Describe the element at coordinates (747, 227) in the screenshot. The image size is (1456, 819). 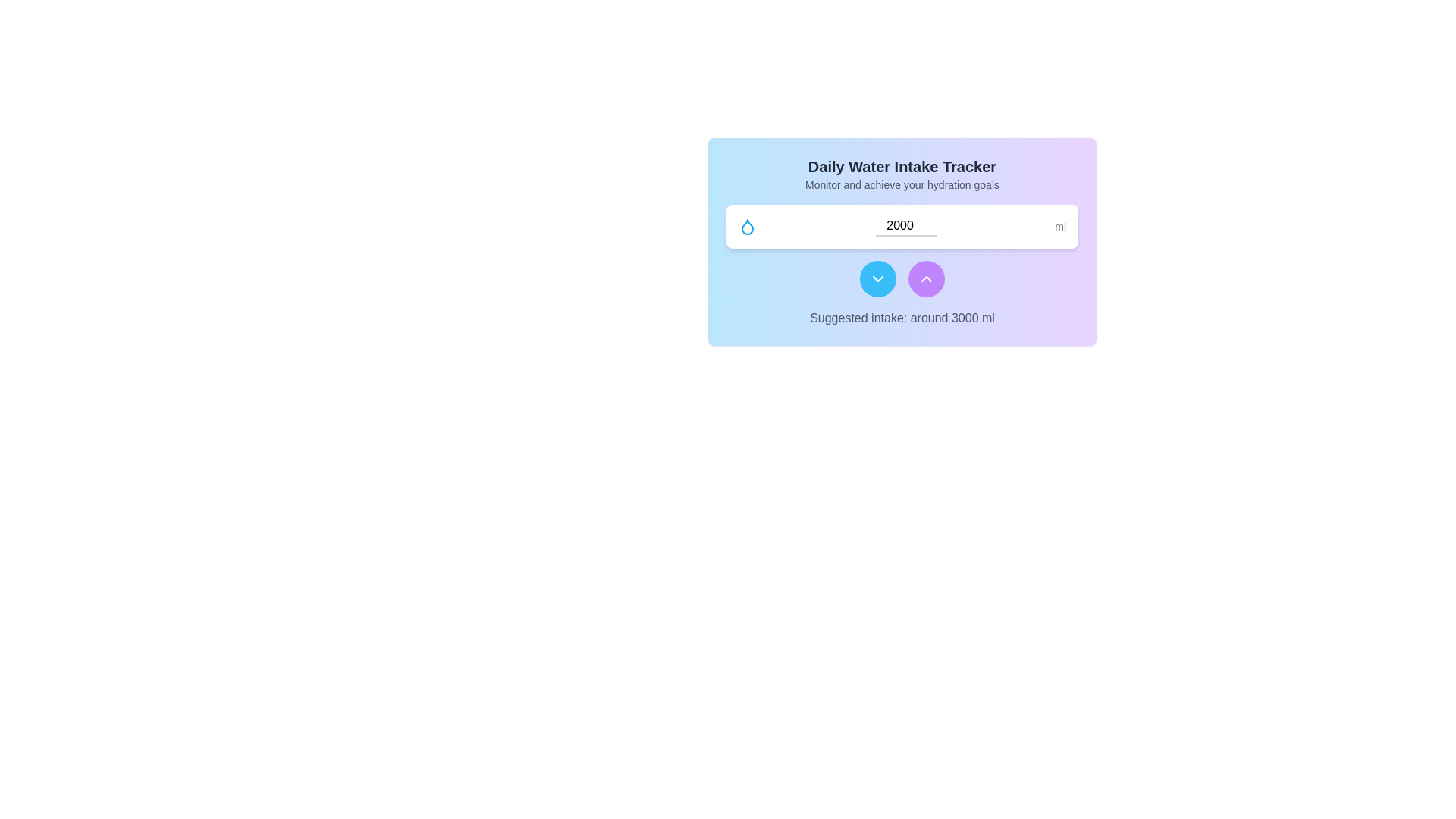
I see `the water intake icon, which is a decorative SVG graphic positioned to the left of the input field displaying '2000' in the Daily Water Intake Tracker card` at that location.